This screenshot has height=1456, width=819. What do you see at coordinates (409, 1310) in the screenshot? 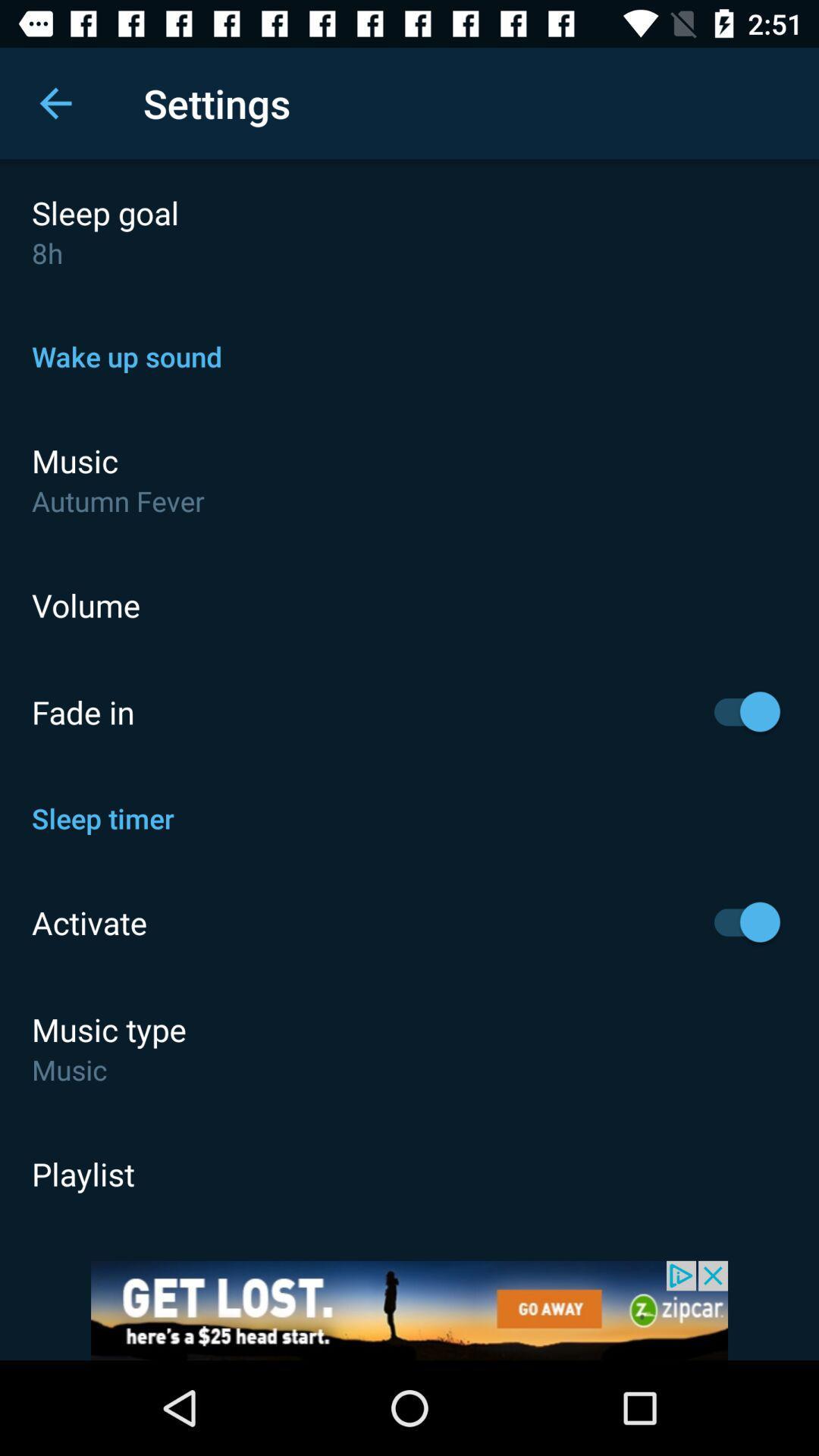
I see `advertisement` at bounding box center [409, 1310].